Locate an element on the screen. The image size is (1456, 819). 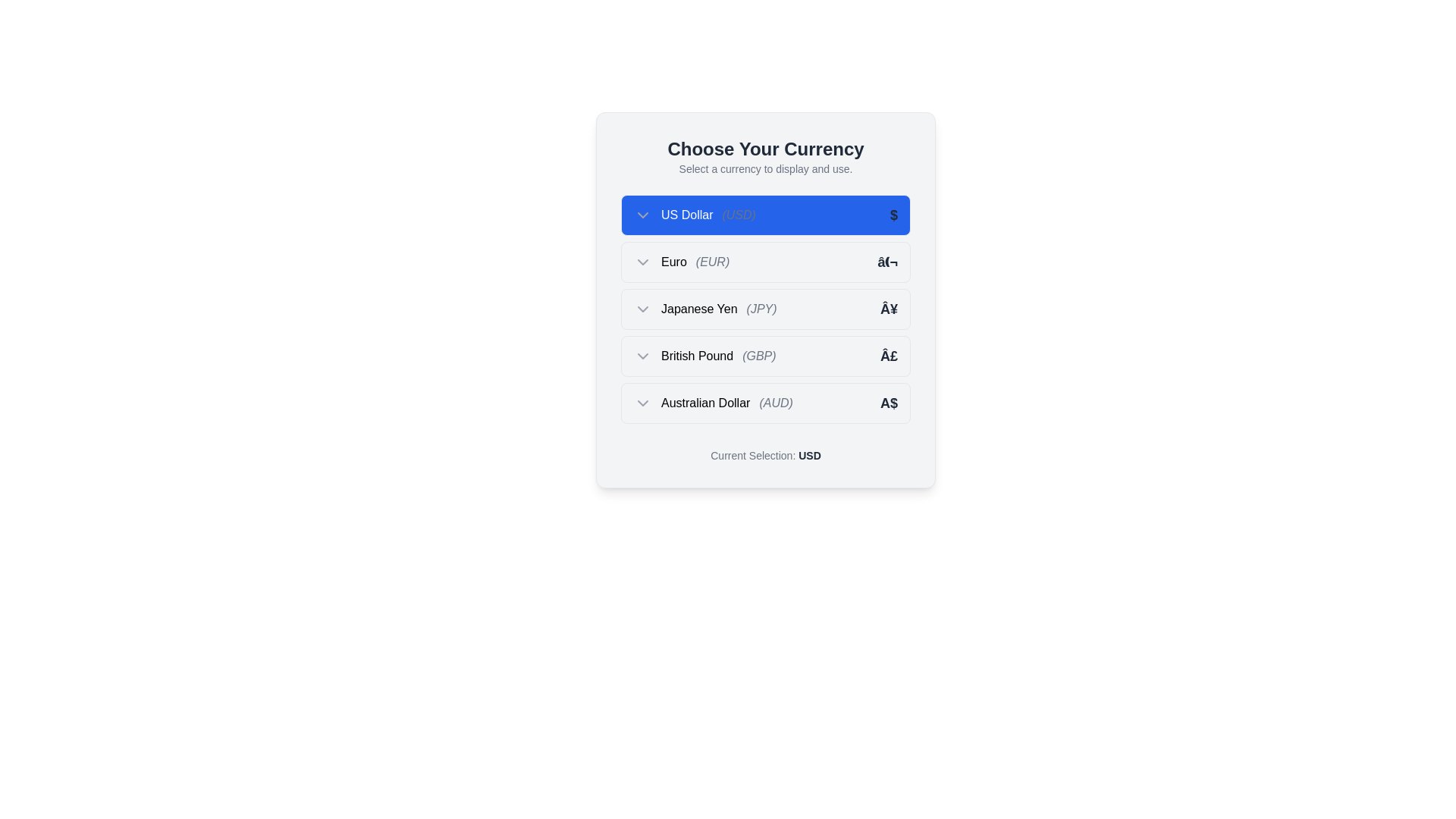
the label indicating the option to select 'Euro (EUR)' as the preferred currency, located below the 'US Dollar (USD)' item in the currency options list is located at coordinates (681, 262).